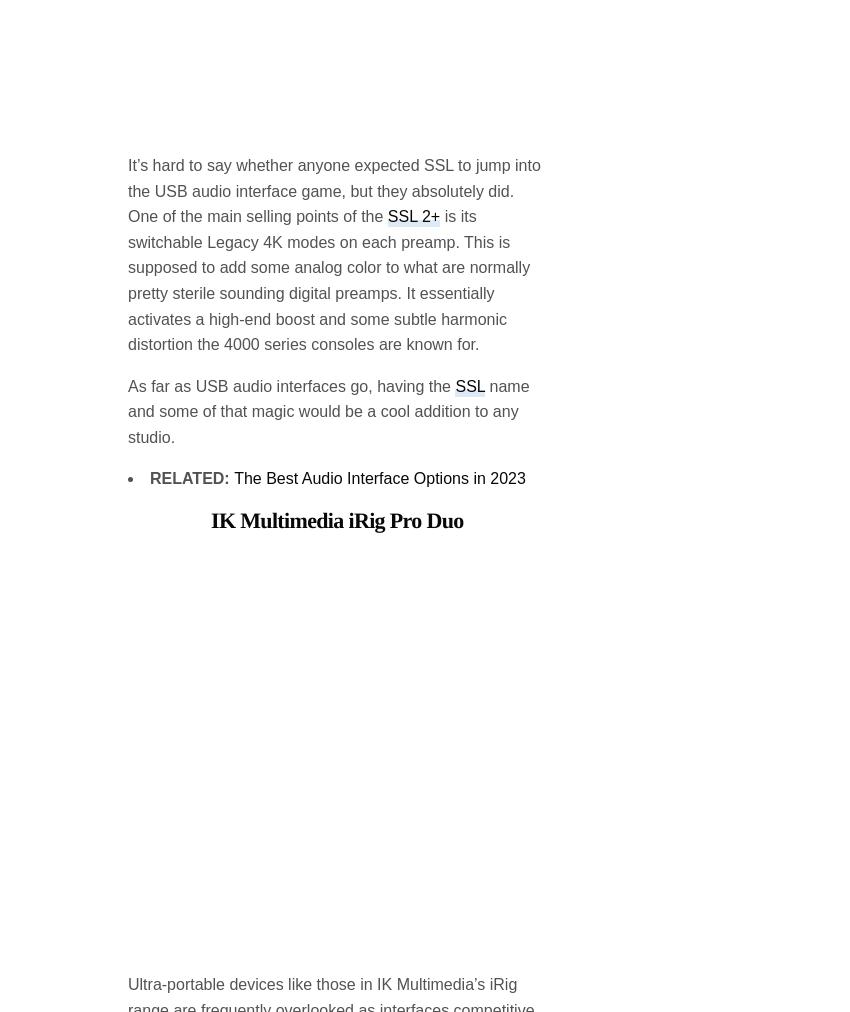 This screenshot has width=850, height=1012. I want to click on 'The Best Audio Interface Options in 2023', so click(234, 316).